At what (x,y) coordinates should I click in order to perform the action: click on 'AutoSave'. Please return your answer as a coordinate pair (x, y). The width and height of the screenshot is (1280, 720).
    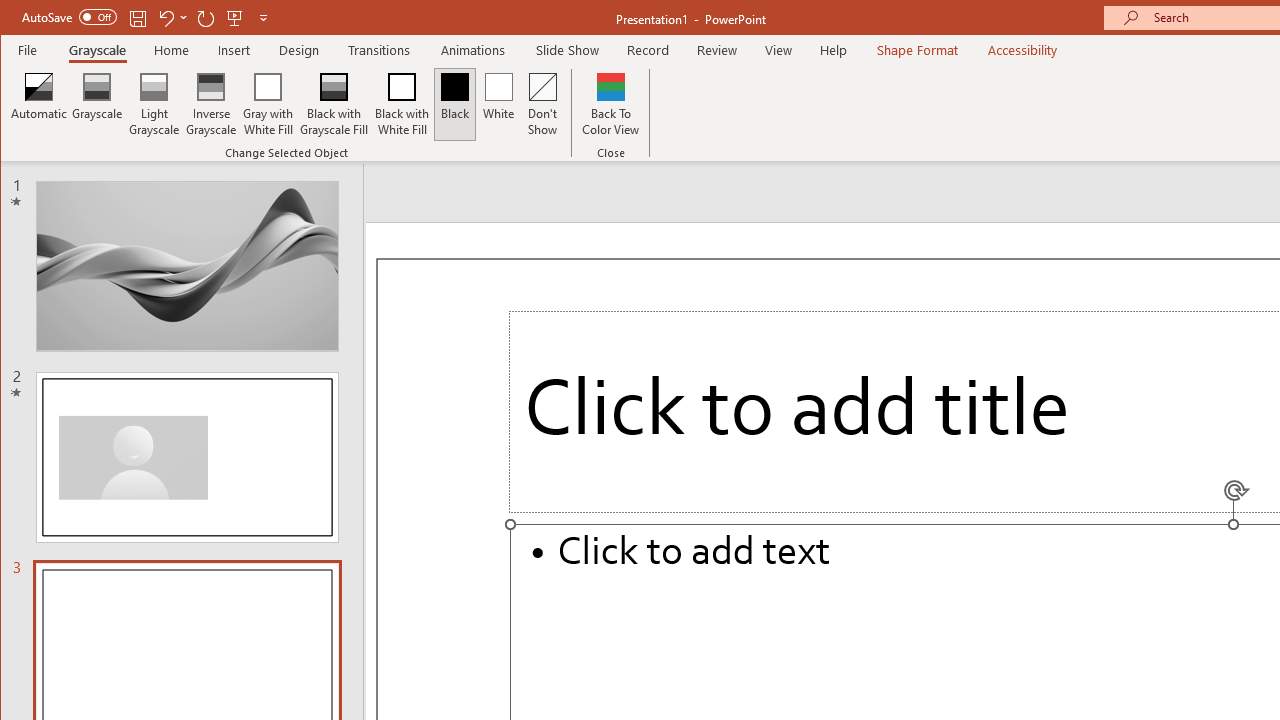
    Looking at the image, I should click on (69, 17).